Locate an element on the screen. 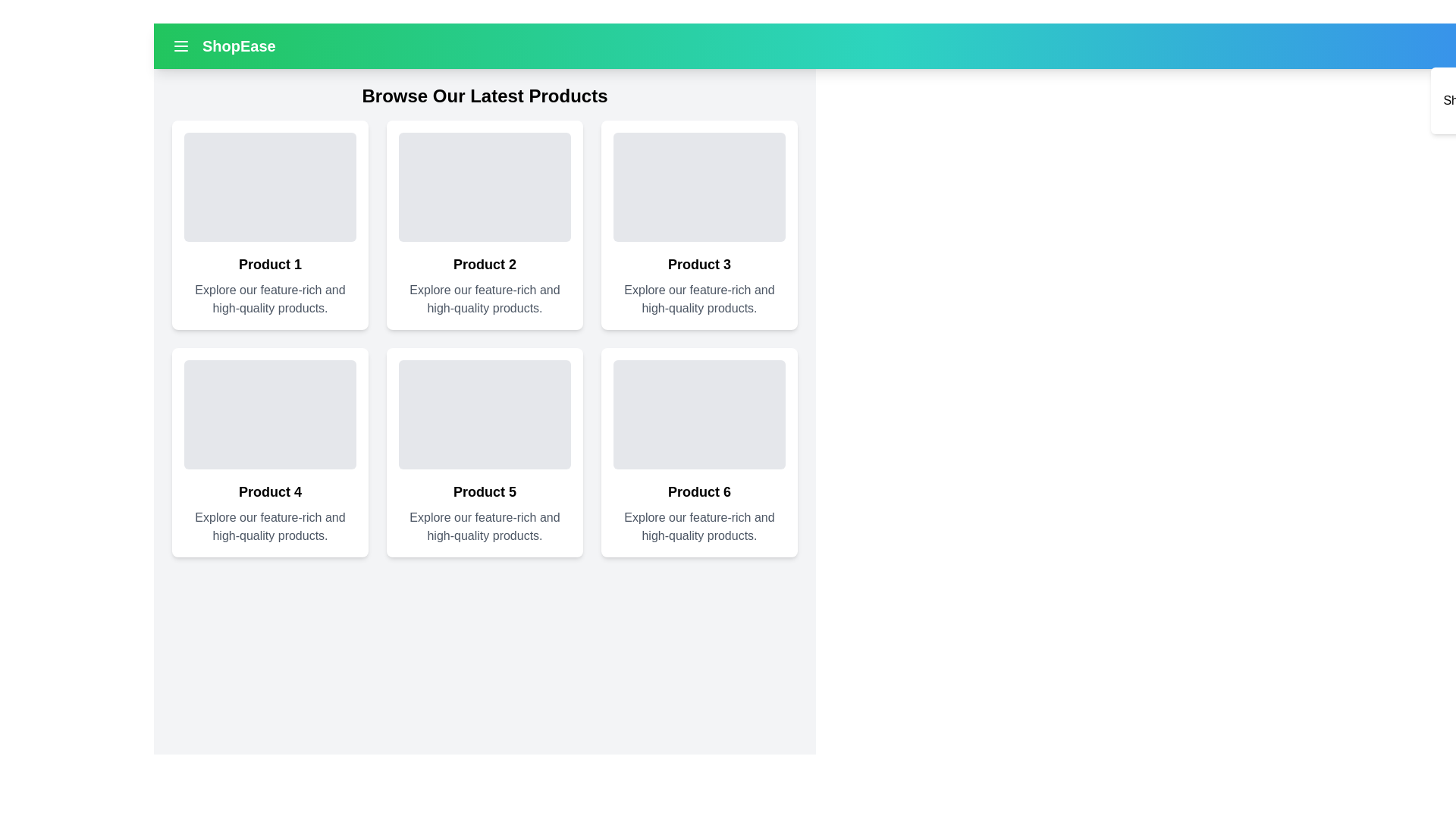 The image size is (1456, 819). the text label that contains 'Product 4', styled with bold and large font, positioned below a large placeholder image is located at coordinates (270, 491).